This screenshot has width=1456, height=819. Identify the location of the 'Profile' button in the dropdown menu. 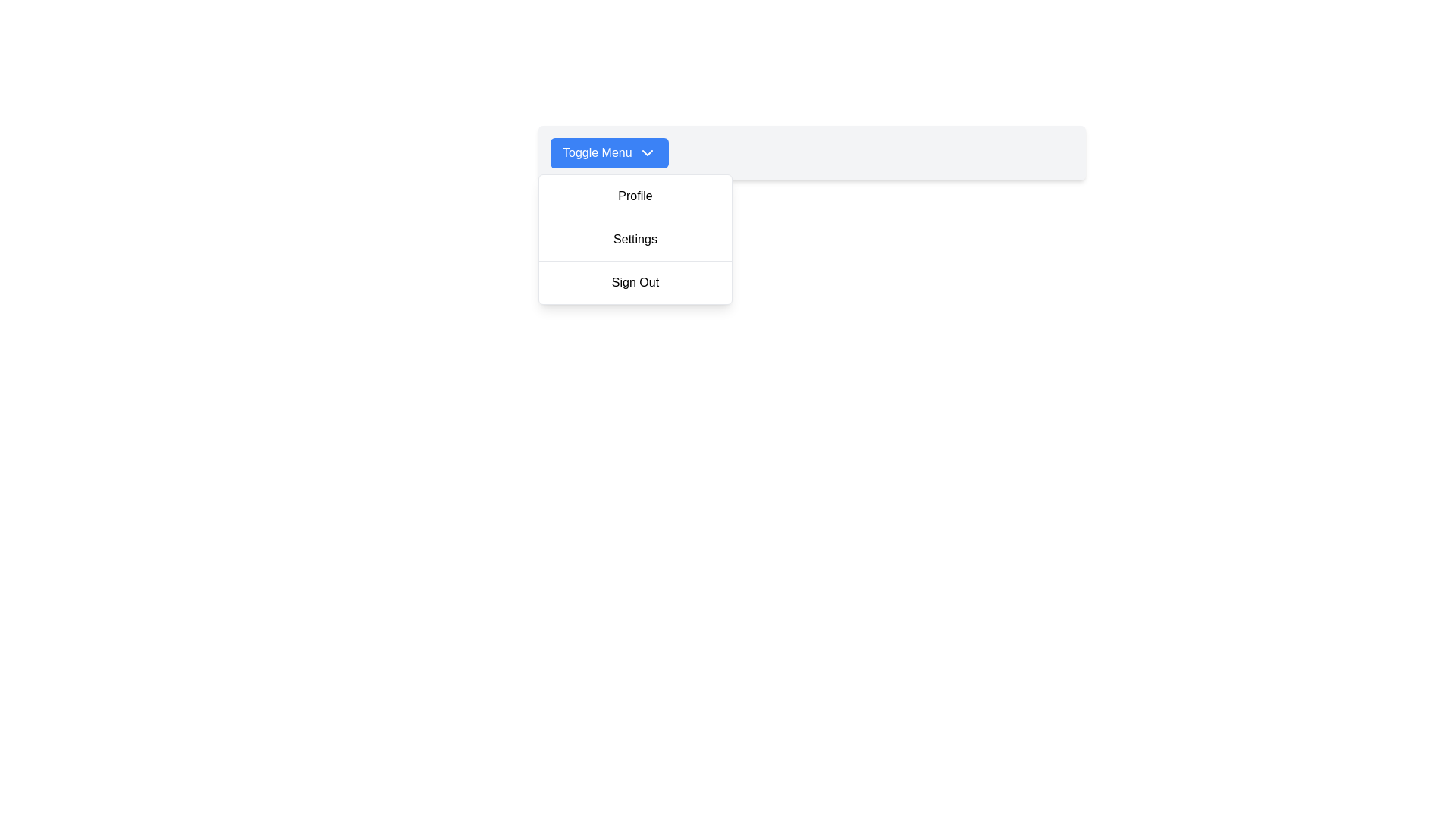
(635, 195).